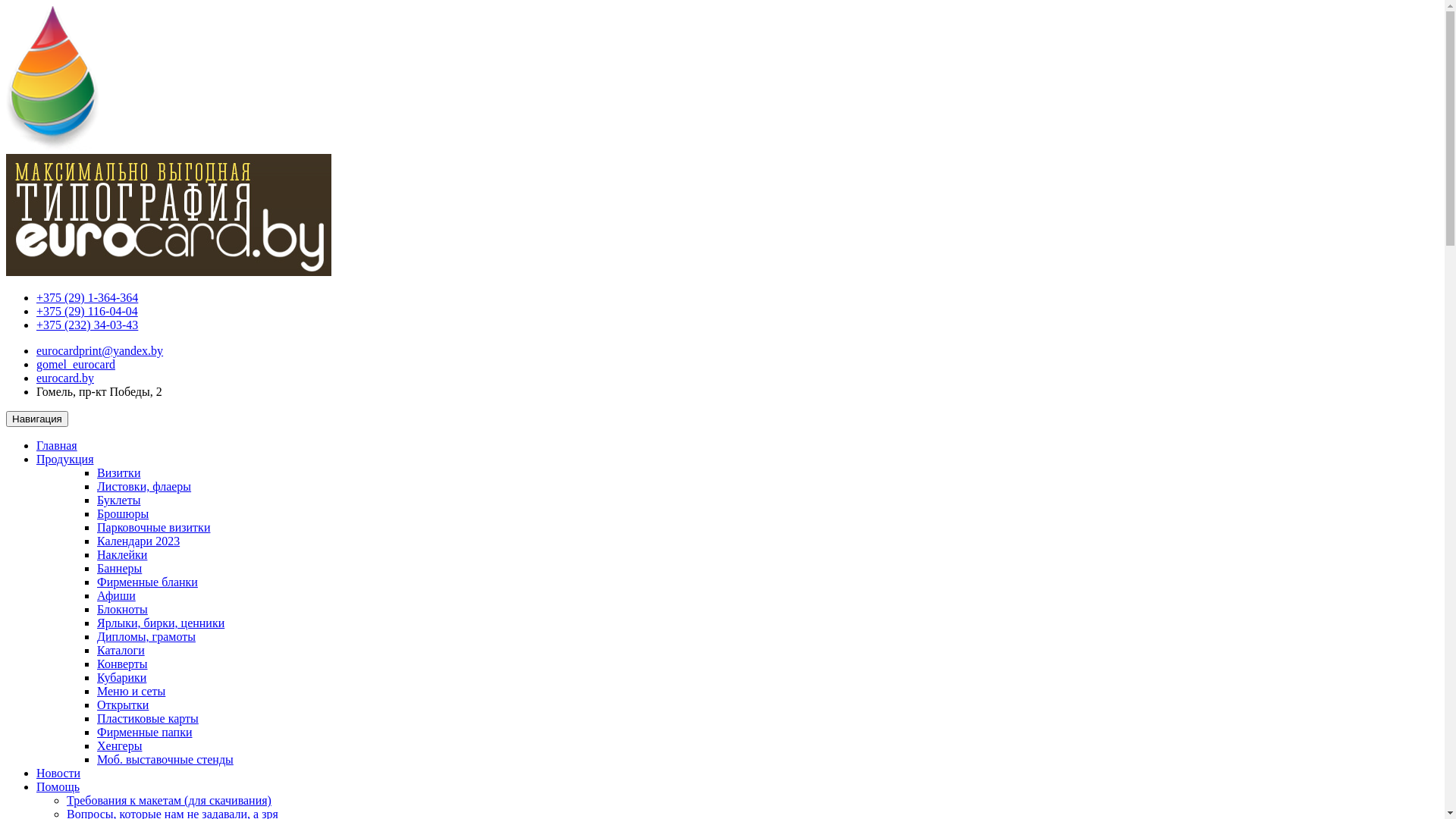 This screenshot has height=819, width=1456. I want to click on 'gomel_eurocard', so click(75, 364).